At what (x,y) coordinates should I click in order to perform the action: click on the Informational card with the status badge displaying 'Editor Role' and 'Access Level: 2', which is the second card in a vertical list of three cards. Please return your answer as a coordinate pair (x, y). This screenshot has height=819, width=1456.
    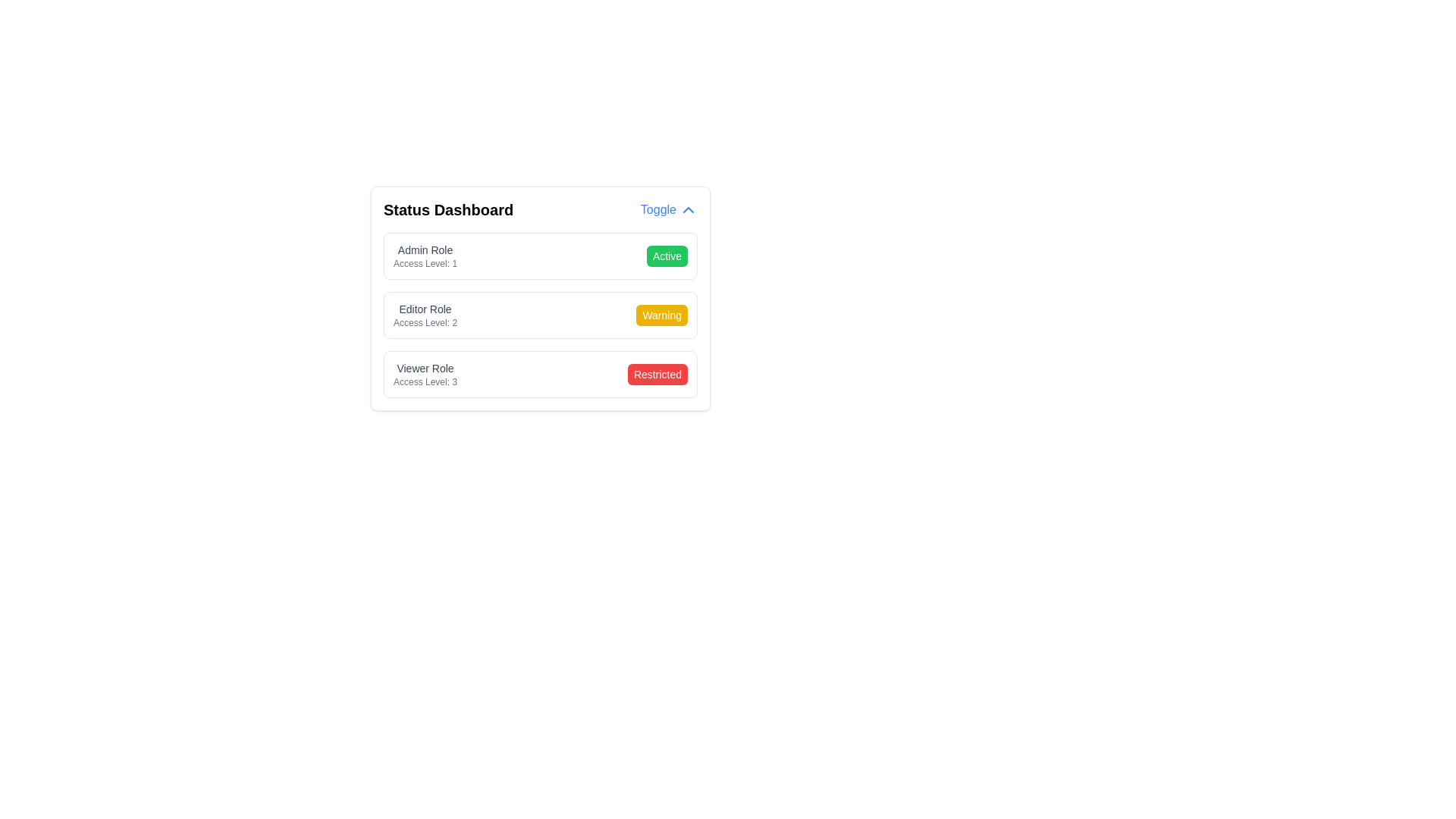
    Looking at the image, I should click on (541, 298).